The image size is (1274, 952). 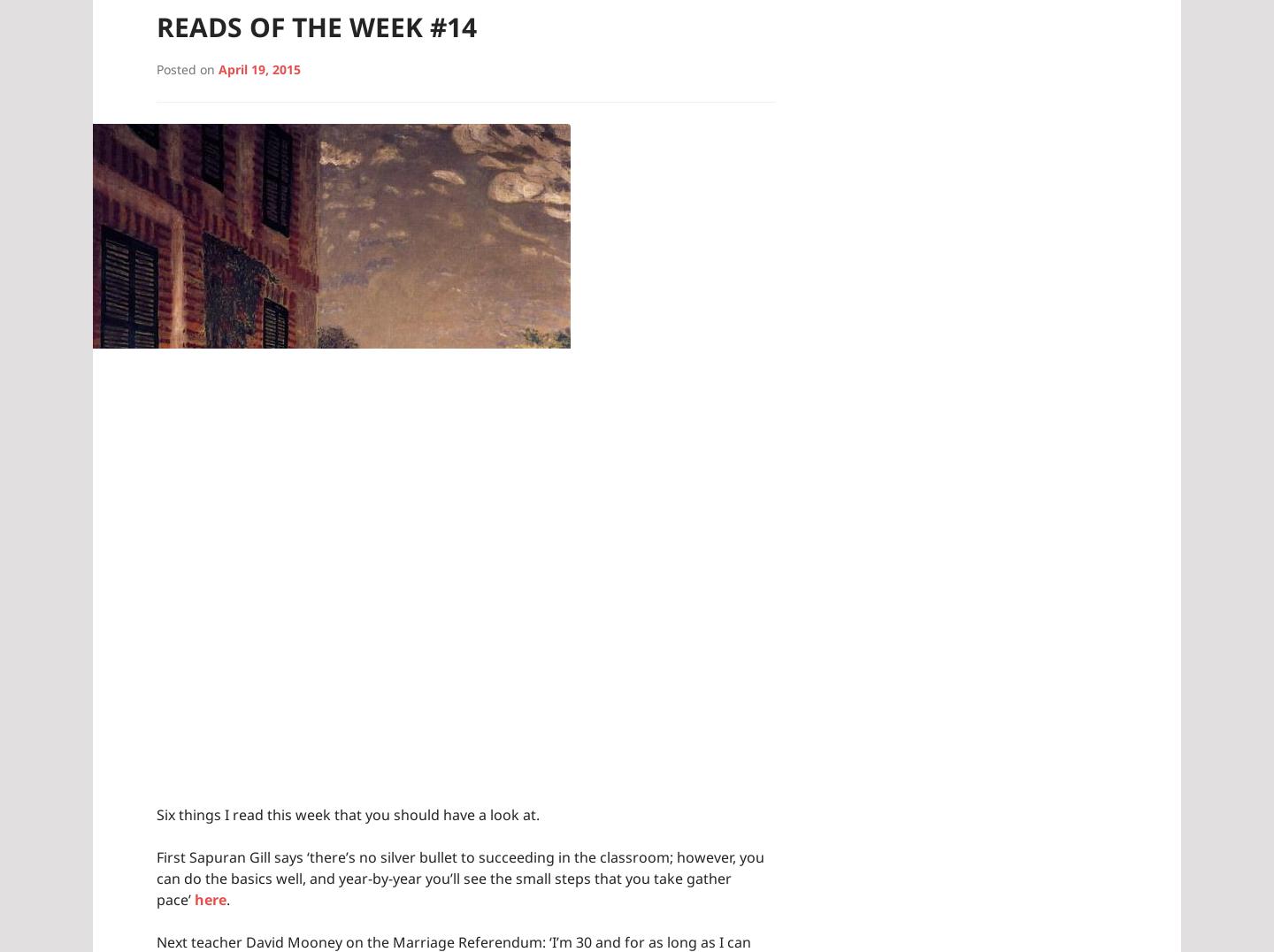 I want to click on 'First', so click(x=173, y=856).